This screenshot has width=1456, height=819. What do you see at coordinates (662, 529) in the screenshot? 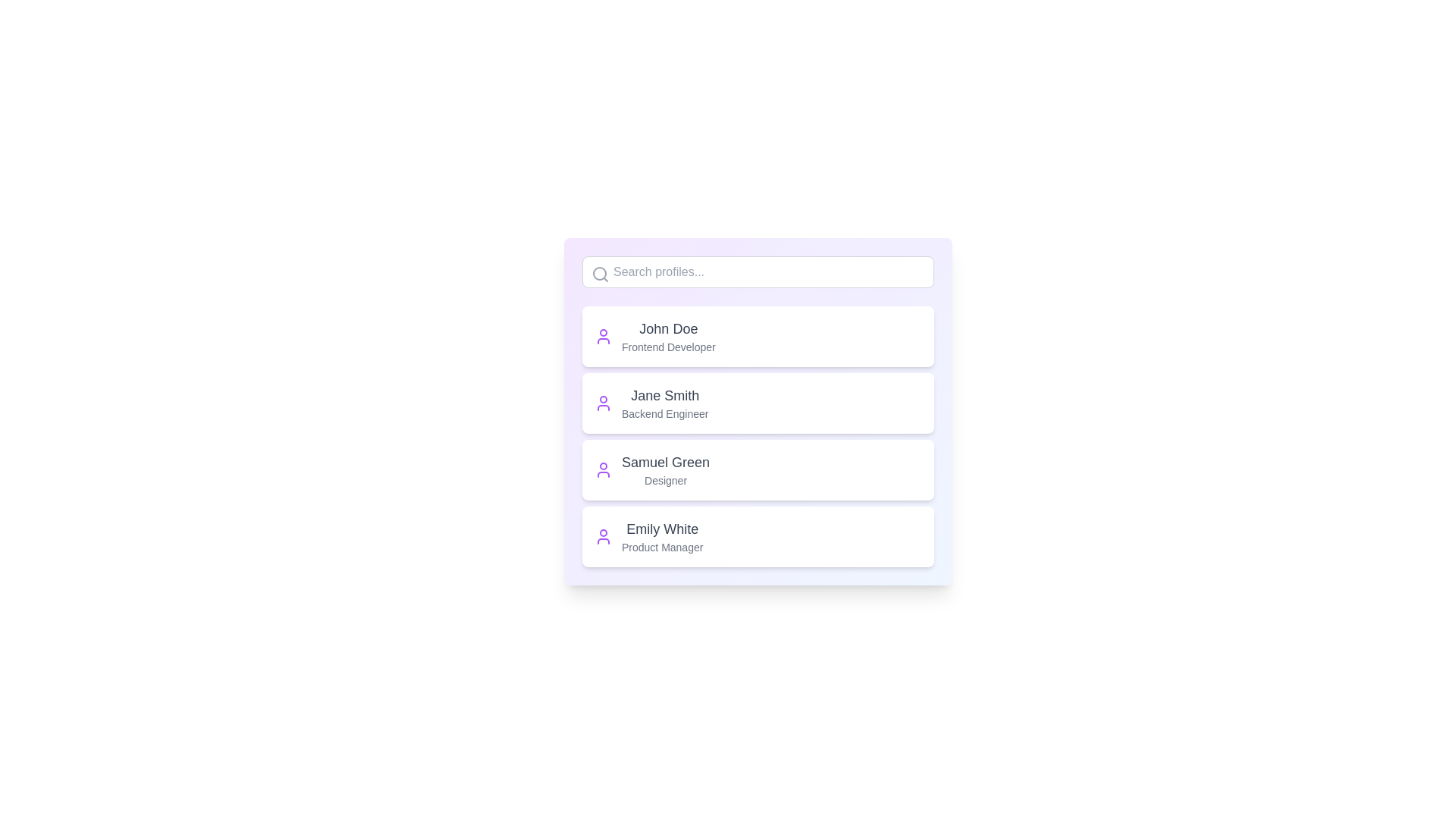
I see `the Label/Text Display that shows the name of the listed individual in the user directory, located at the bottom of the profile listing interface` at bounding box center [662, 529].